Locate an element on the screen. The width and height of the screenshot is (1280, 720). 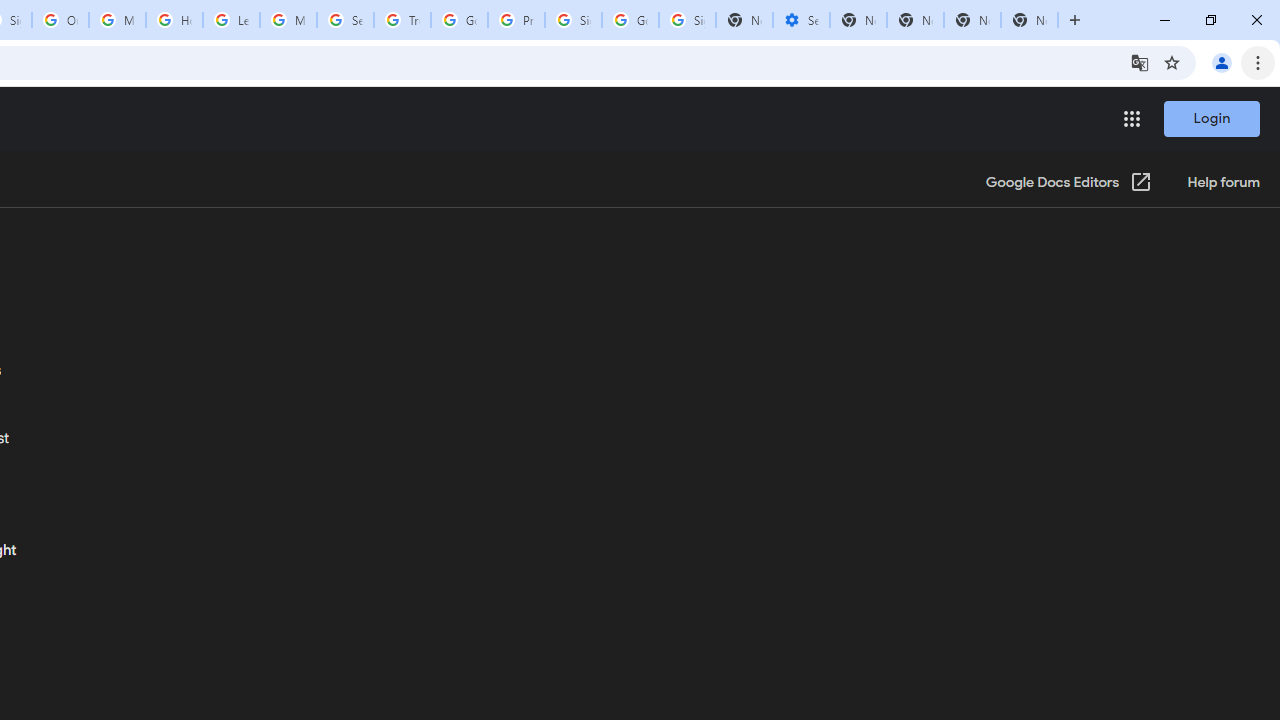
'Translate this page' is located at coordinates (1139, 61).